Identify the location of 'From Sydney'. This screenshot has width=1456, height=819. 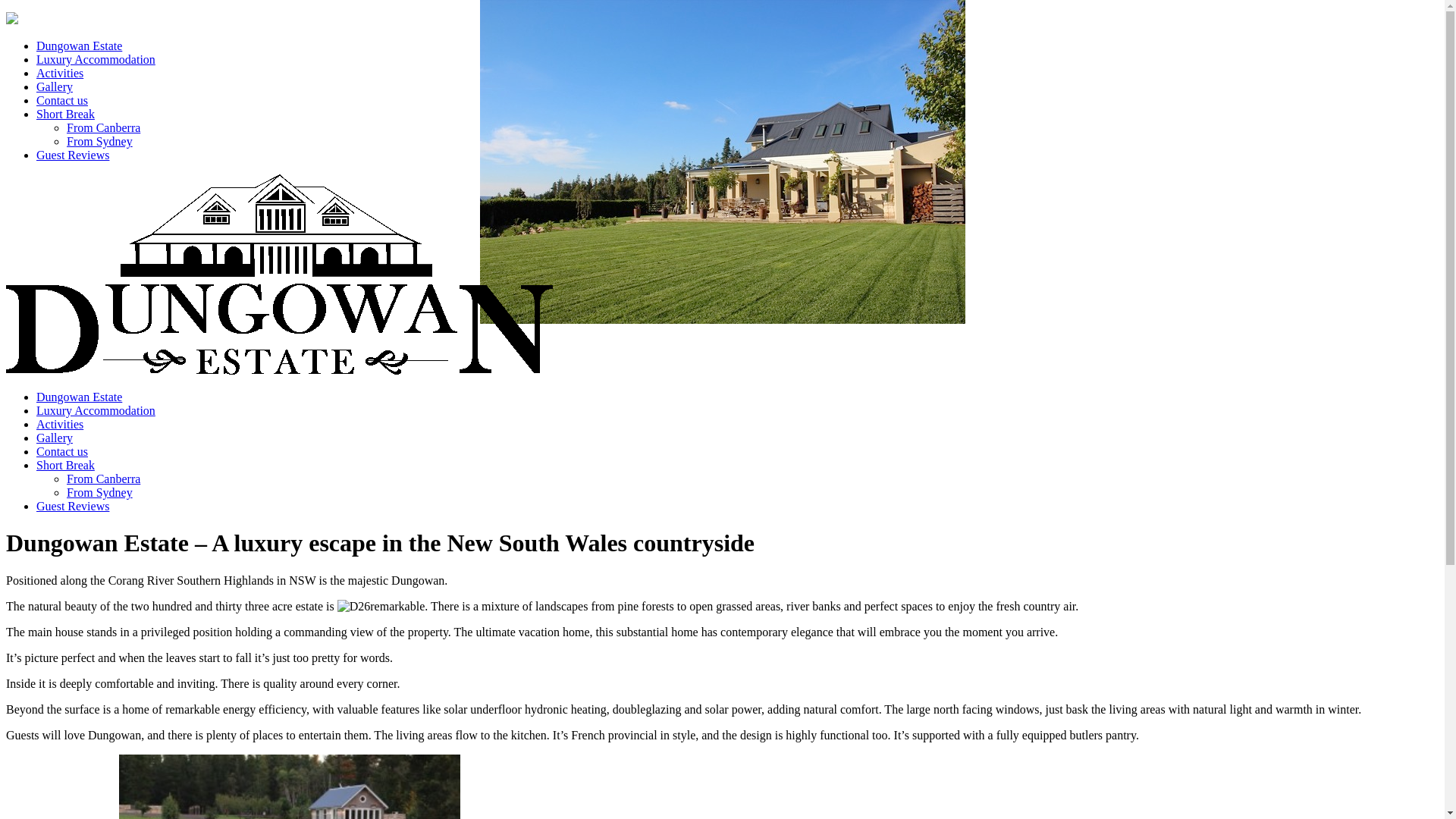
(65, 141).